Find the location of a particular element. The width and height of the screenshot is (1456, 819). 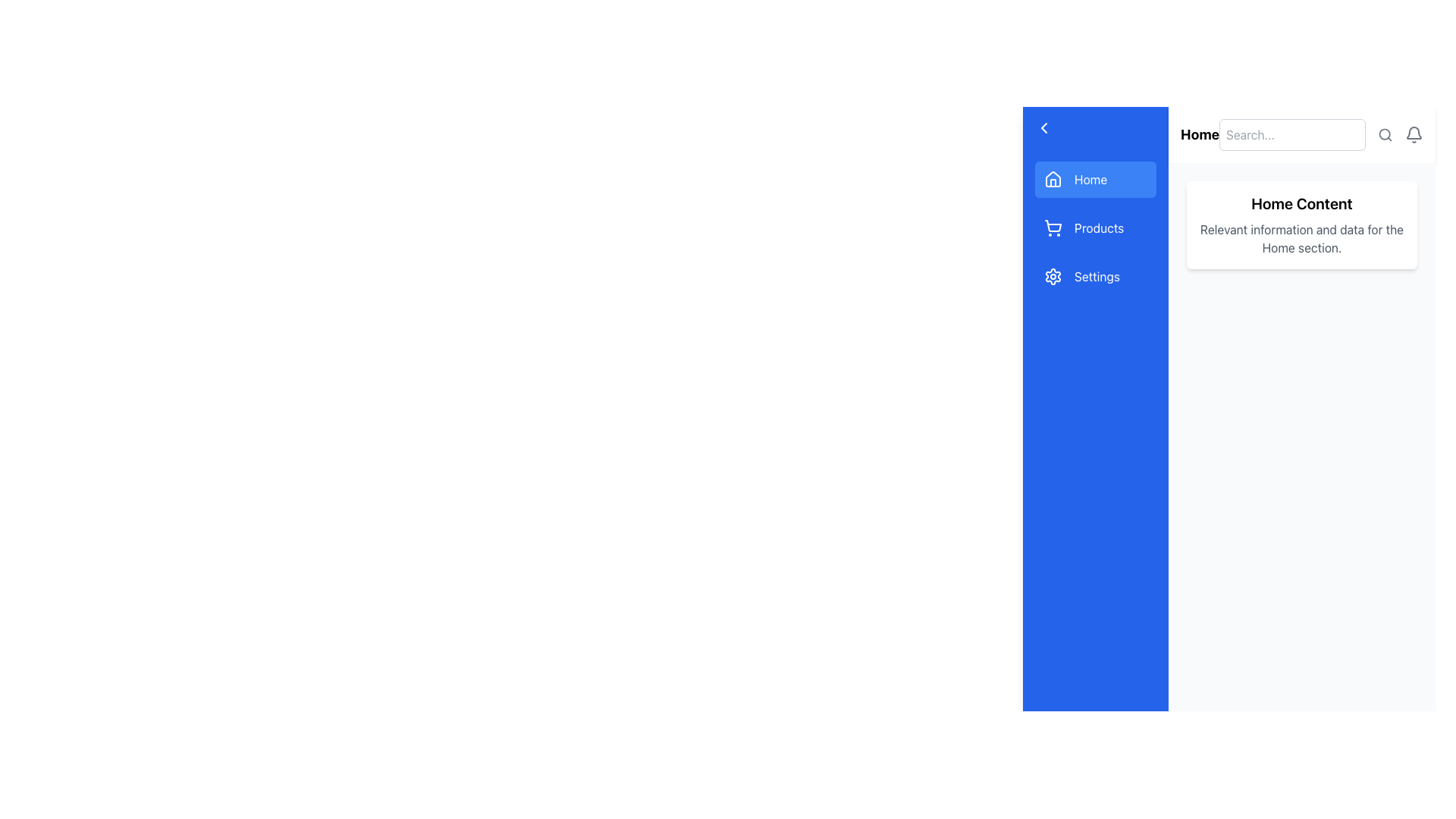

the 'Home' navigation button located at the top of the vertical sidebar menu is located at coordinates (1052, 181).